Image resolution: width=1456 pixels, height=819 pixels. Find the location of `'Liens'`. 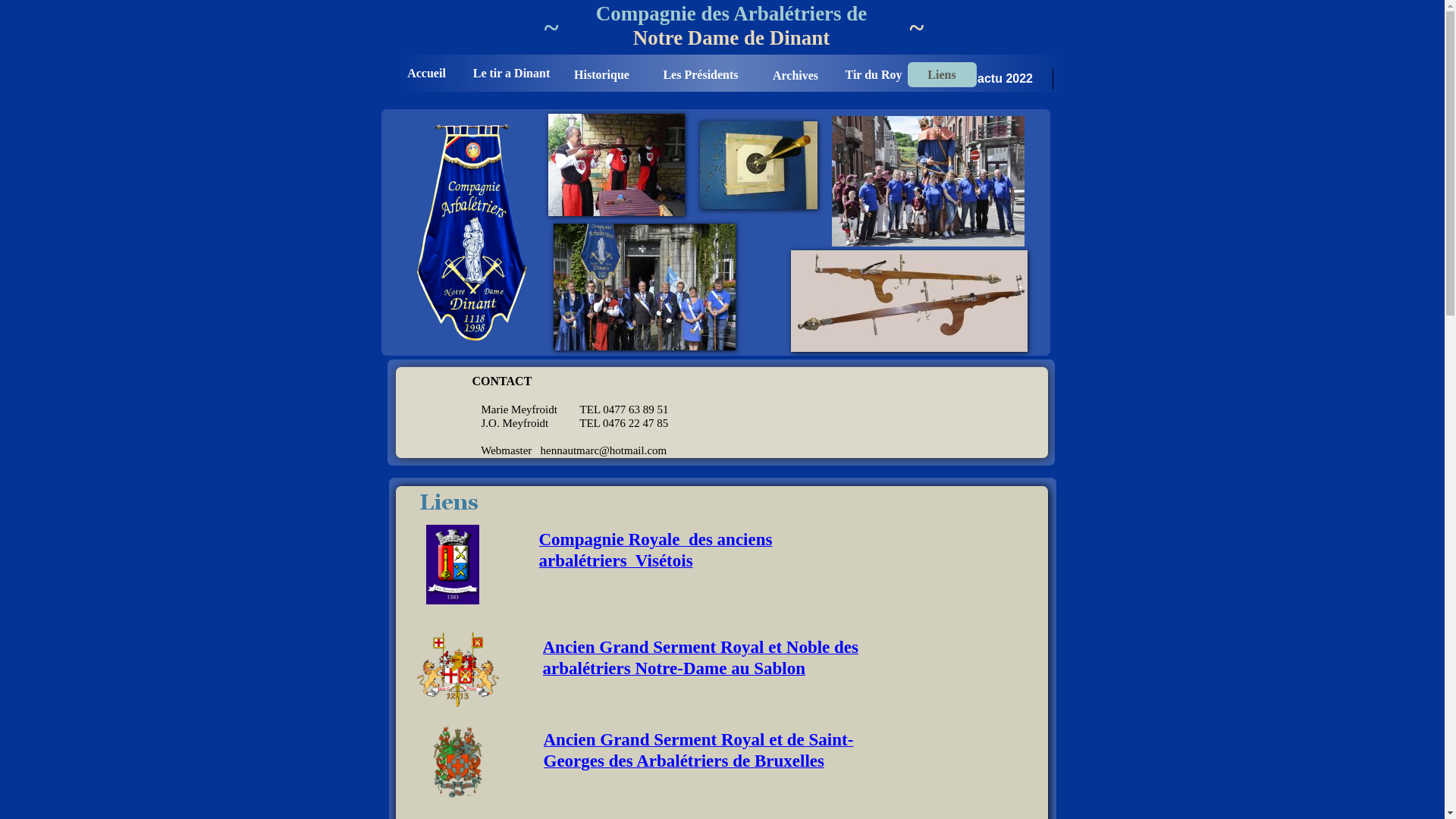

'Liens' is located at coordinates (940, 74).